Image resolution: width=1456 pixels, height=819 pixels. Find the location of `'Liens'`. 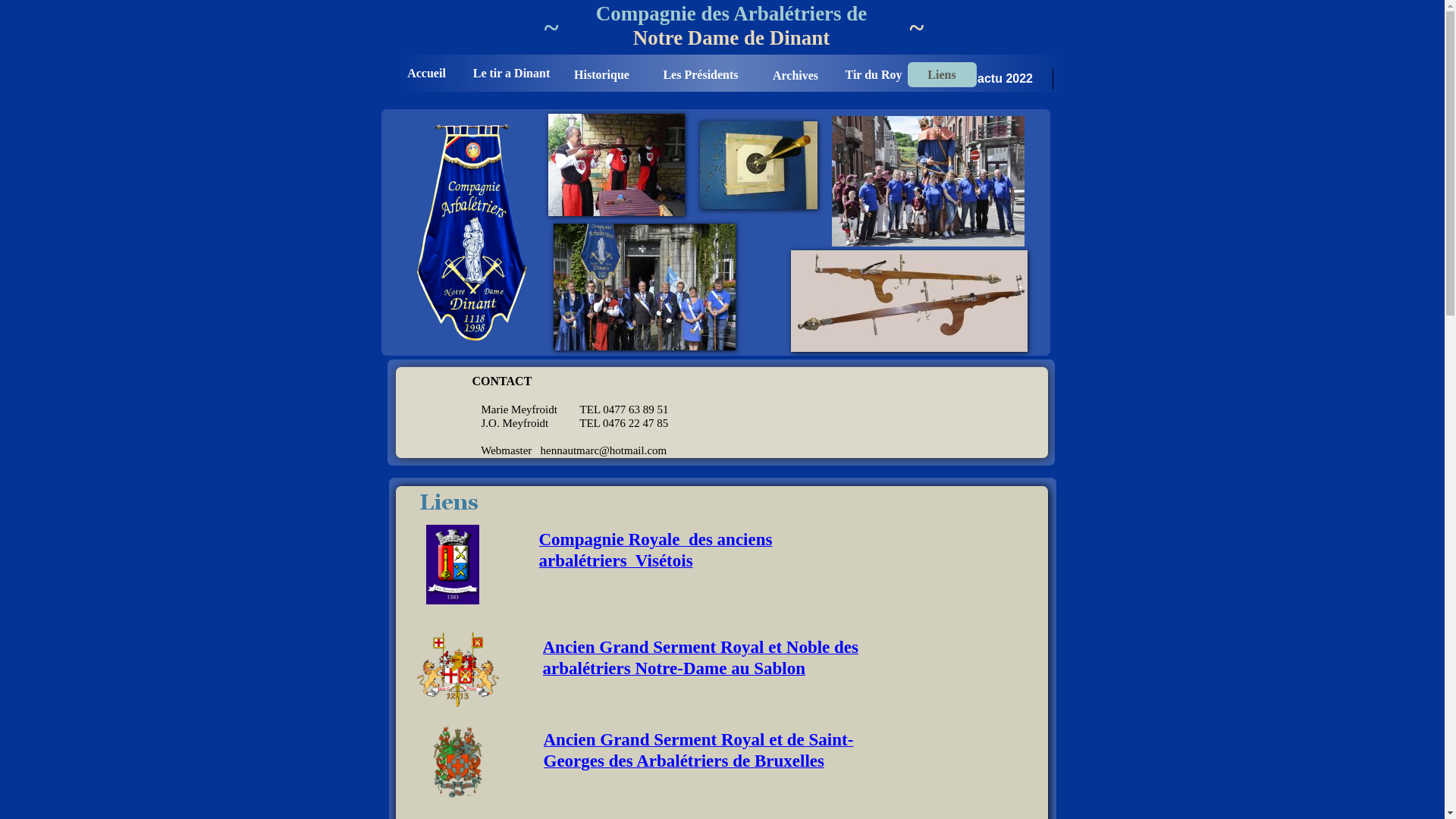

'Liens' is located at coordinates (940, 74).